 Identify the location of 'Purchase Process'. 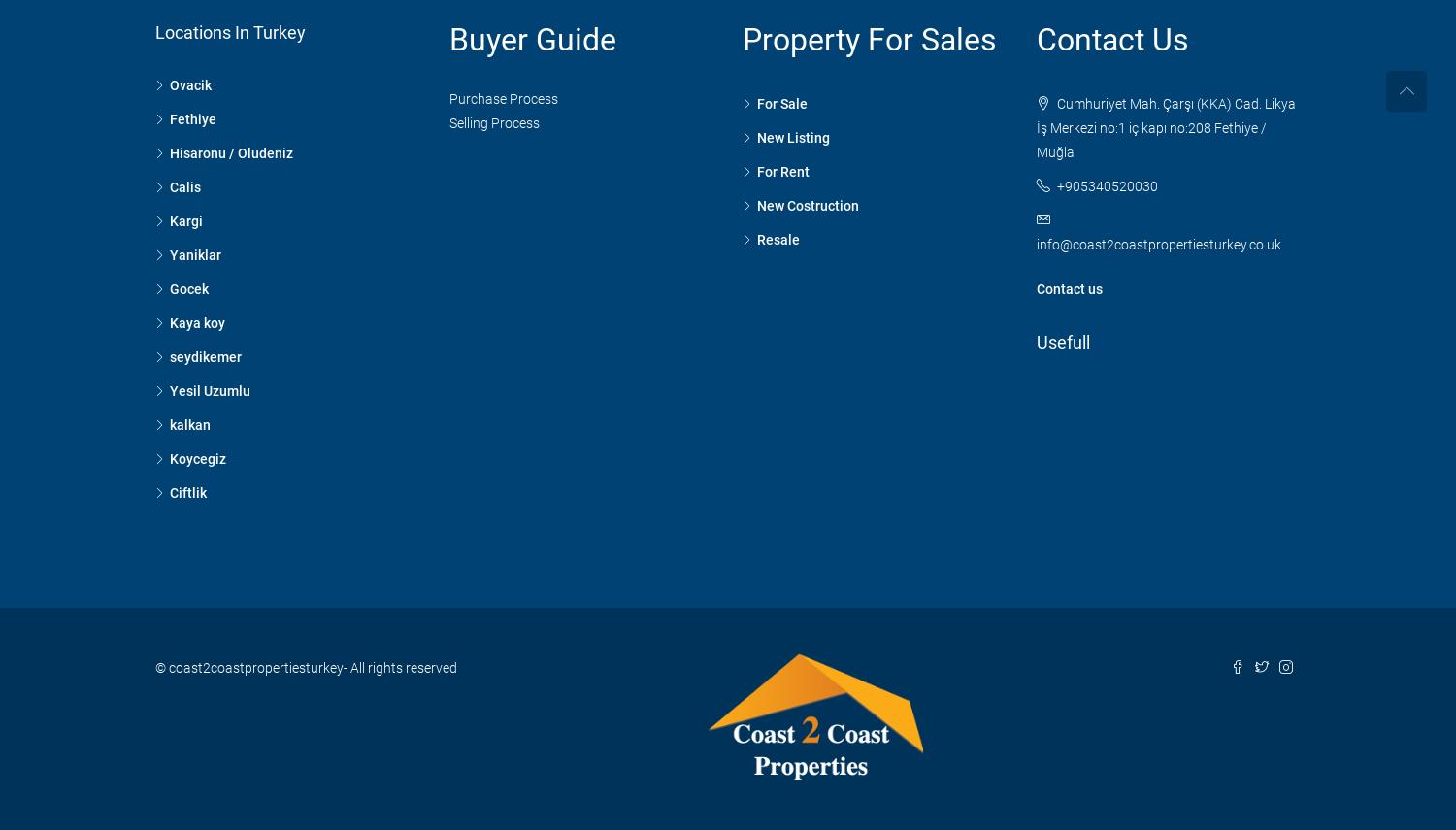
(502, 98).